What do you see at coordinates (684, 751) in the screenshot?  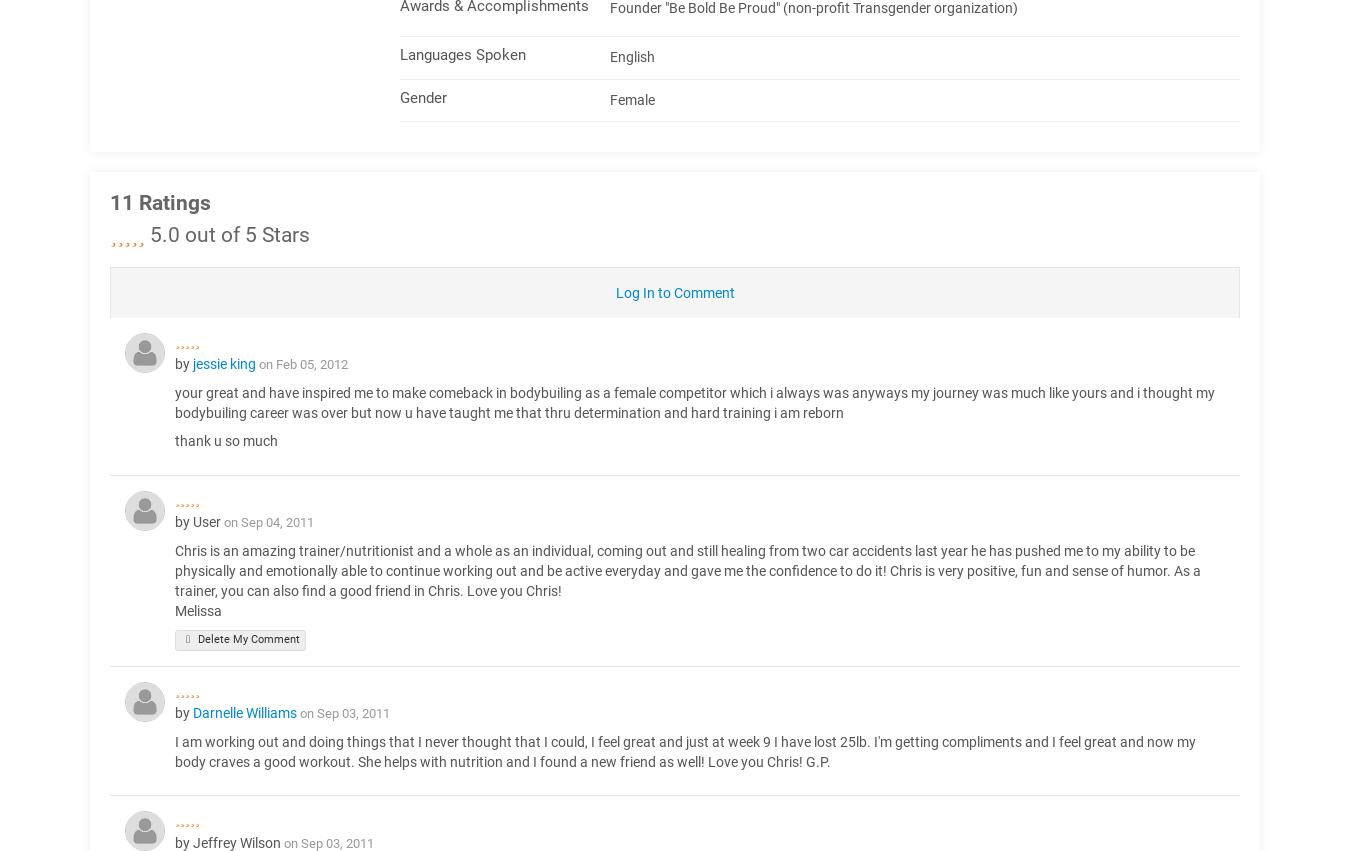 I see `'I am working out and doing things that I never thought that I could, I feel great and just at week 9 I have lost 25lb. I'm getting compliments and I feel great and now my body craves a good workout. She helps with nutrition and I found a new friend as well! Love you Chris! G.P.'` at bounding box center [684, 751].